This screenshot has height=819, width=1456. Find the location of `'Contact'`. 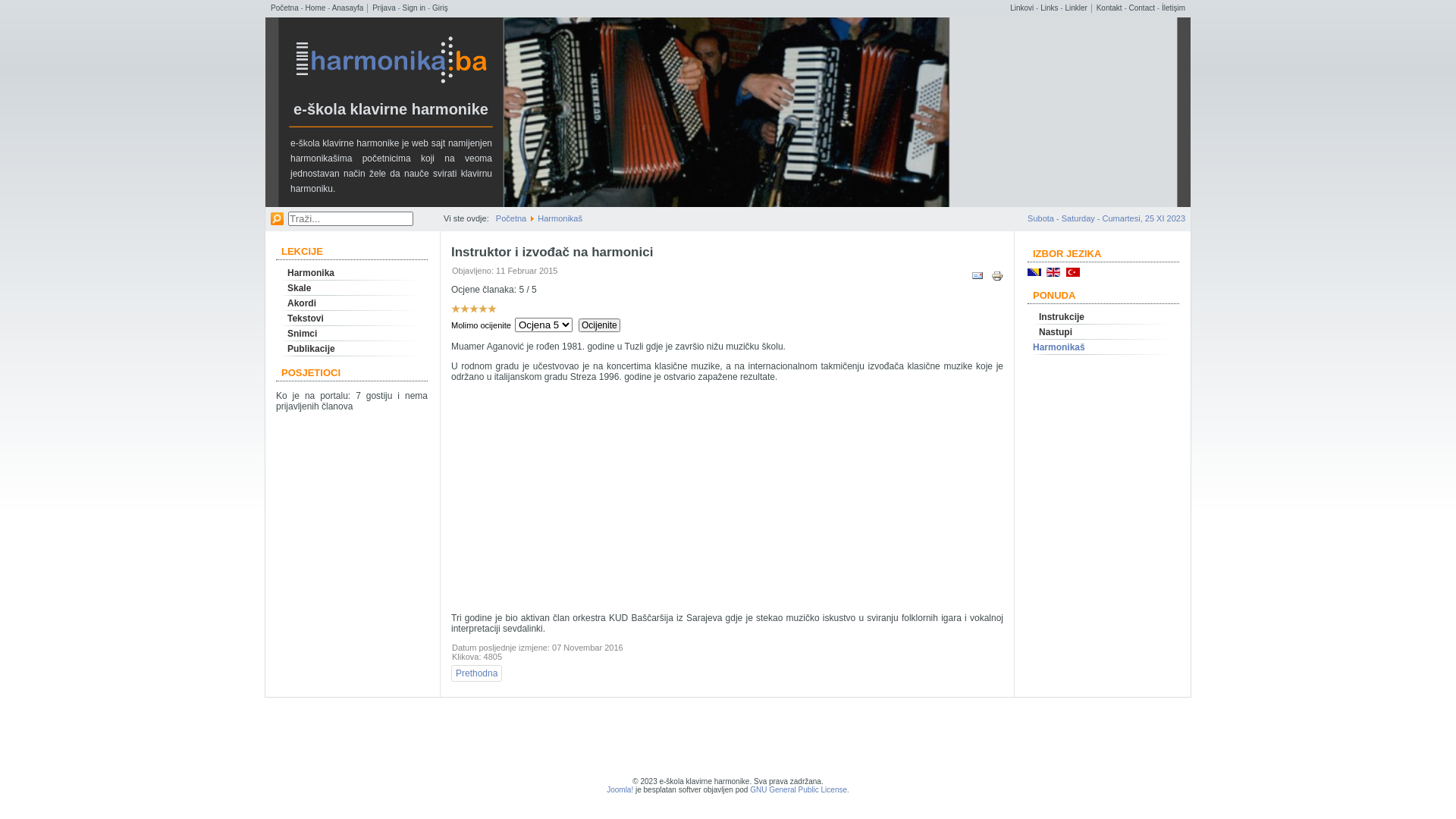

'Contact' is located at coordinates (1128, 8).